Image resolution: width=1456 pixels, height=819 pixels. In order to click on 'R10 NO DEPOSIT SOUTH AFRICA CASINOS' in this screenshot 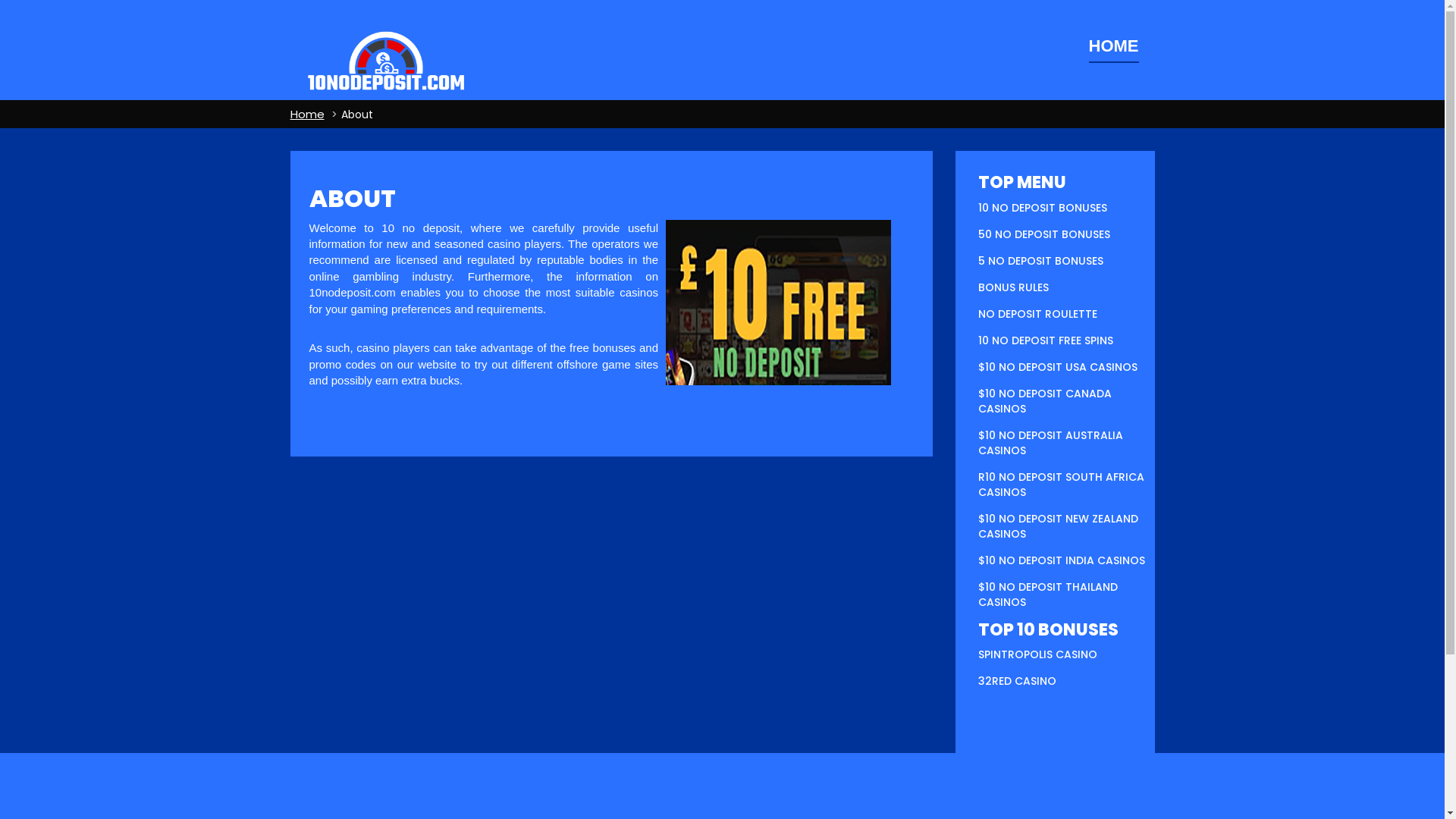, I will do `click(978, 485)`.